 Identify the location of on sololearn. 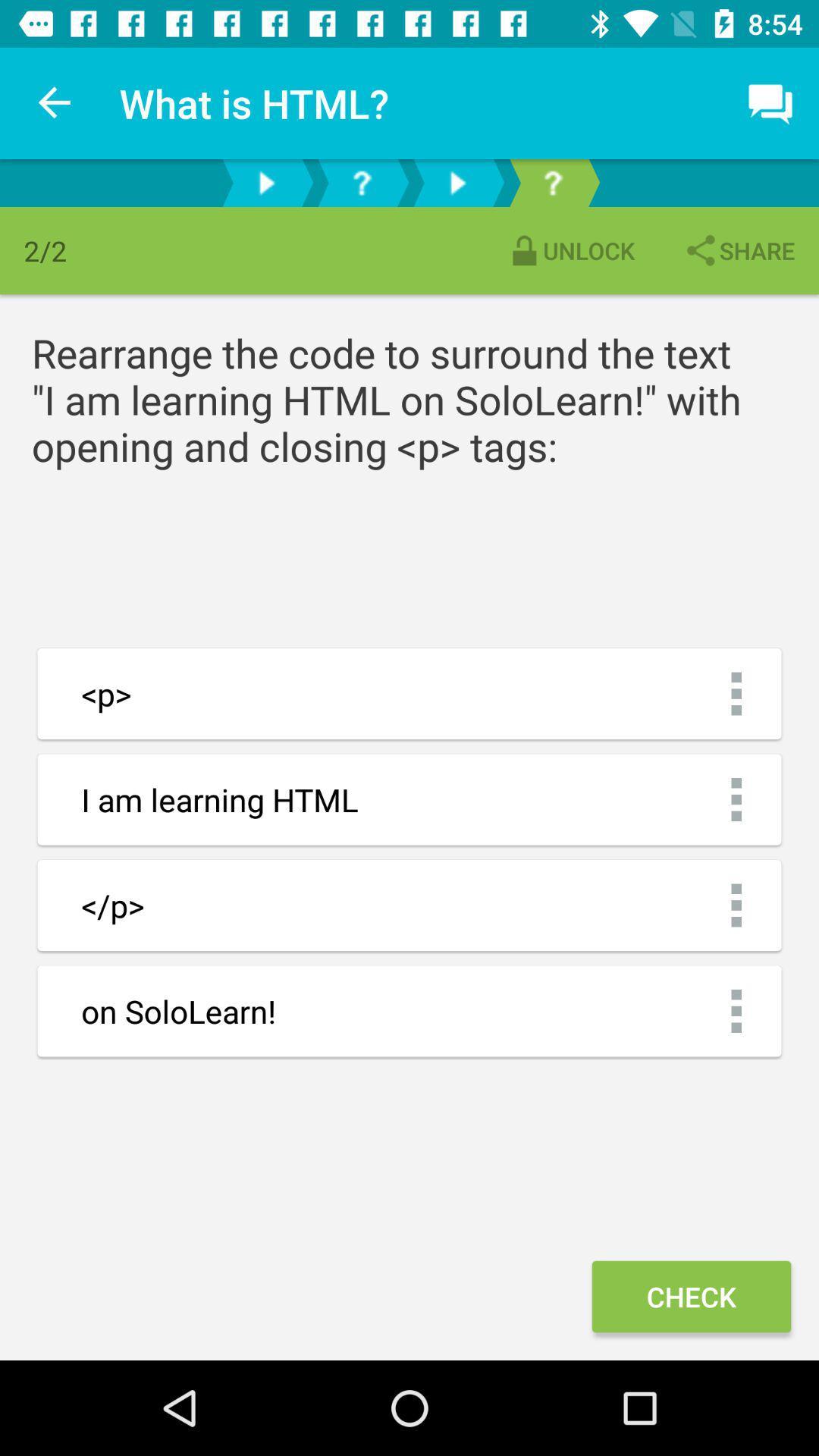
(409, 1011).